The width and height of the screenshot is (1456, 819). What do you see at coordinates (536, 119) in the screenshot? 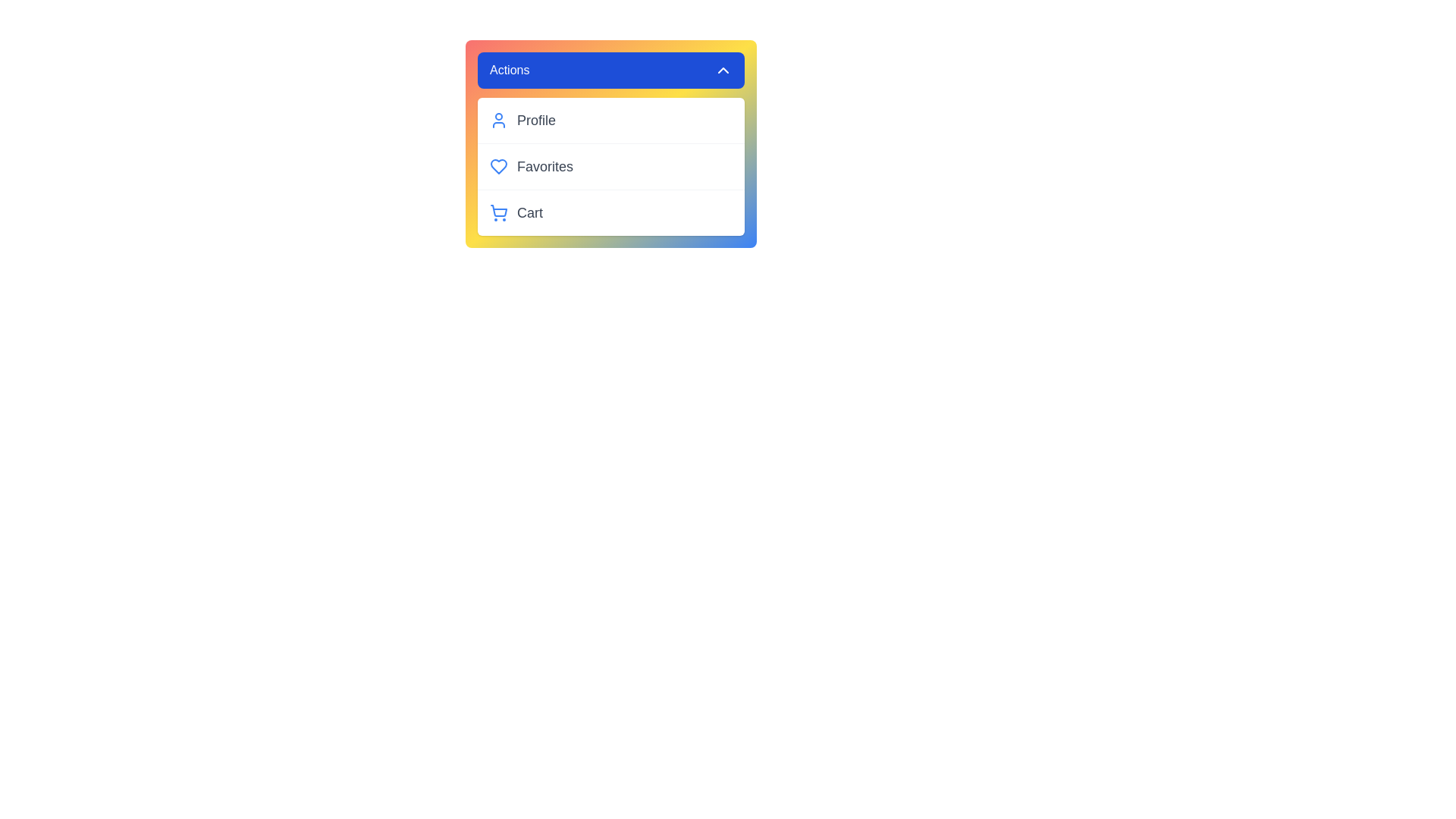
I see `the 'Profile' text label in the dropdown menu under the 'Actions' section to receive UI feedback` at bounding box center [536, 119].